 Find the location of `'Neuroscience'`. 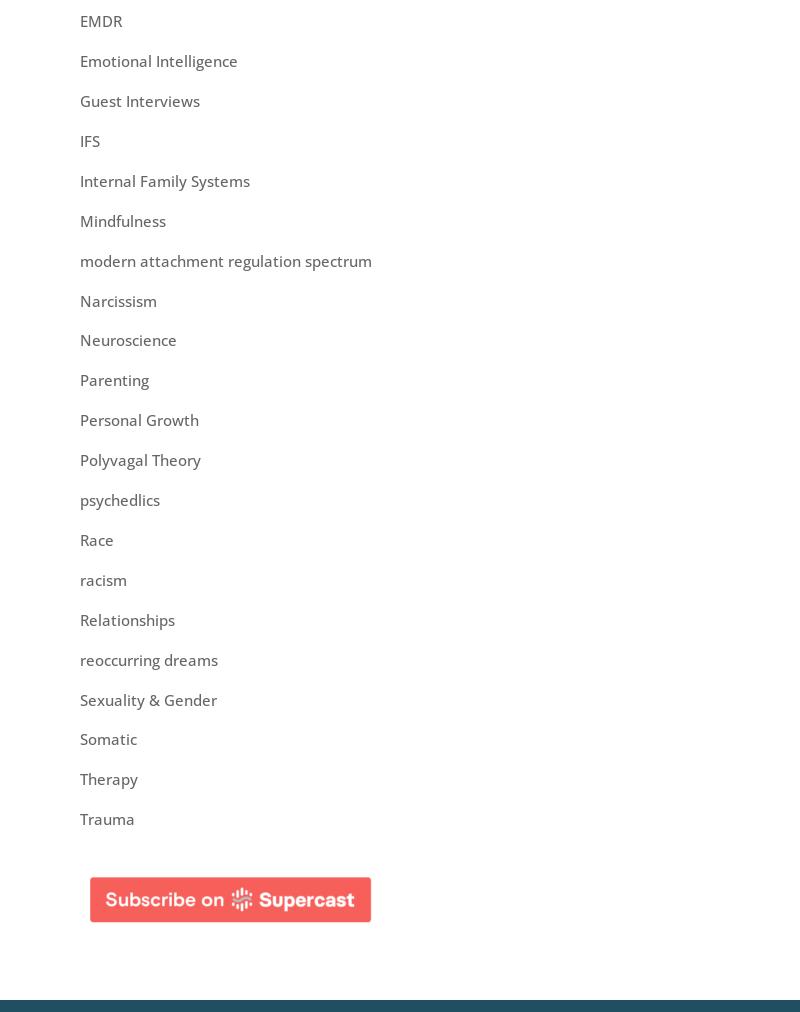

'Neuroscience' is located at coordinates (127, 339).